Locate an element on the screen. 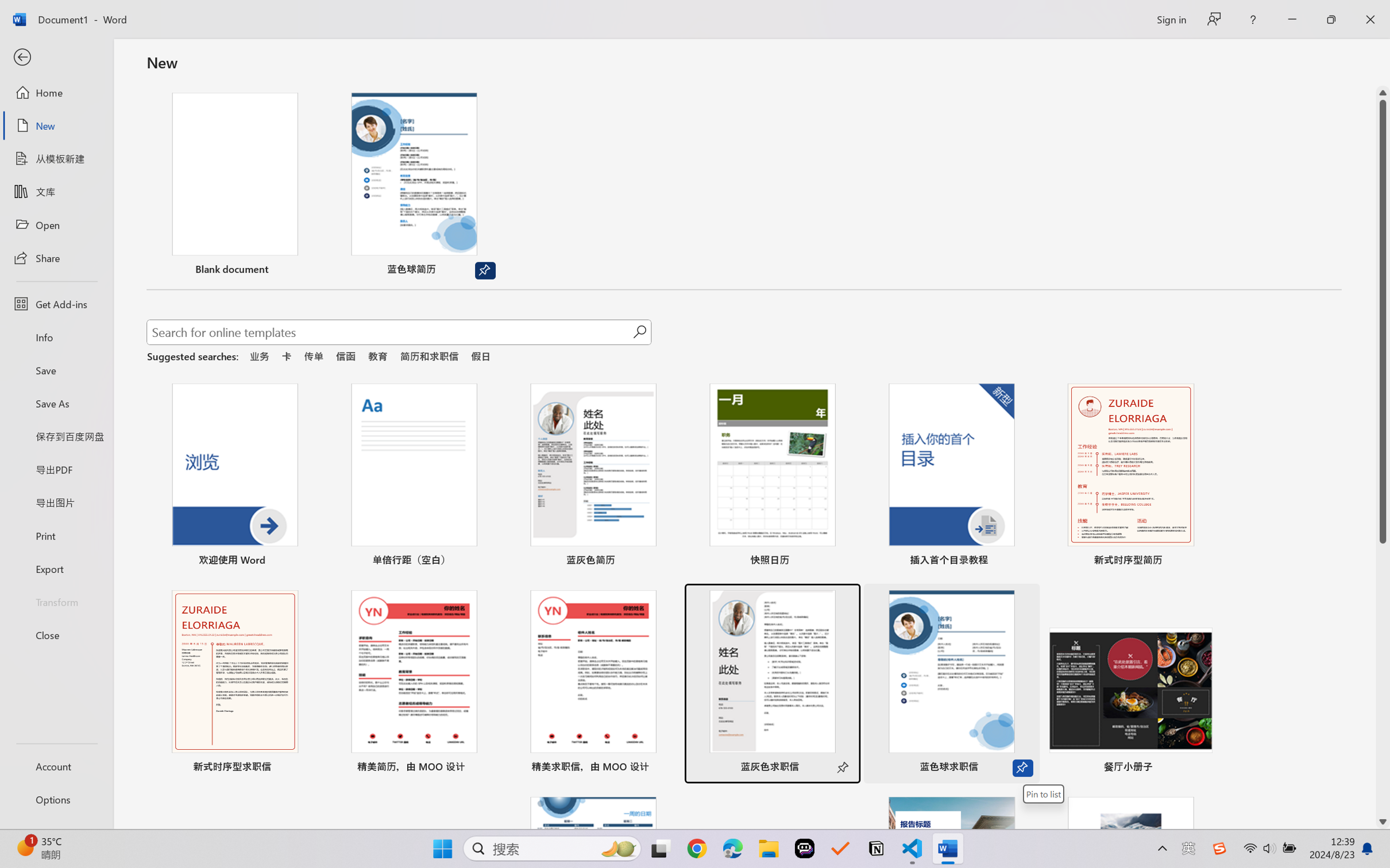 This screenshot has width=1390, height=868. 'Start searching' is located at coordinates (639, 332).